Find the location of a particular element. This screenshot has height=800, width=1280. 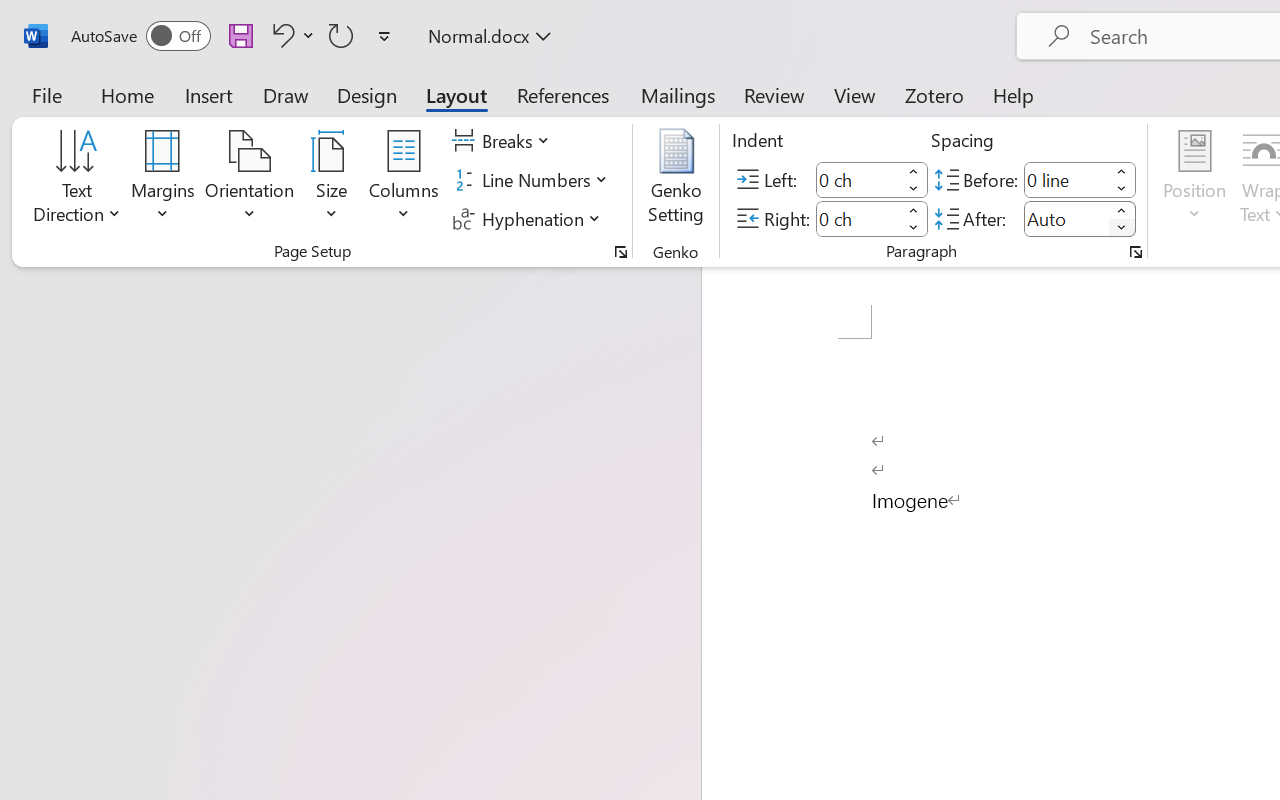

'Page Setup...' is located at coordinates (620, 251).